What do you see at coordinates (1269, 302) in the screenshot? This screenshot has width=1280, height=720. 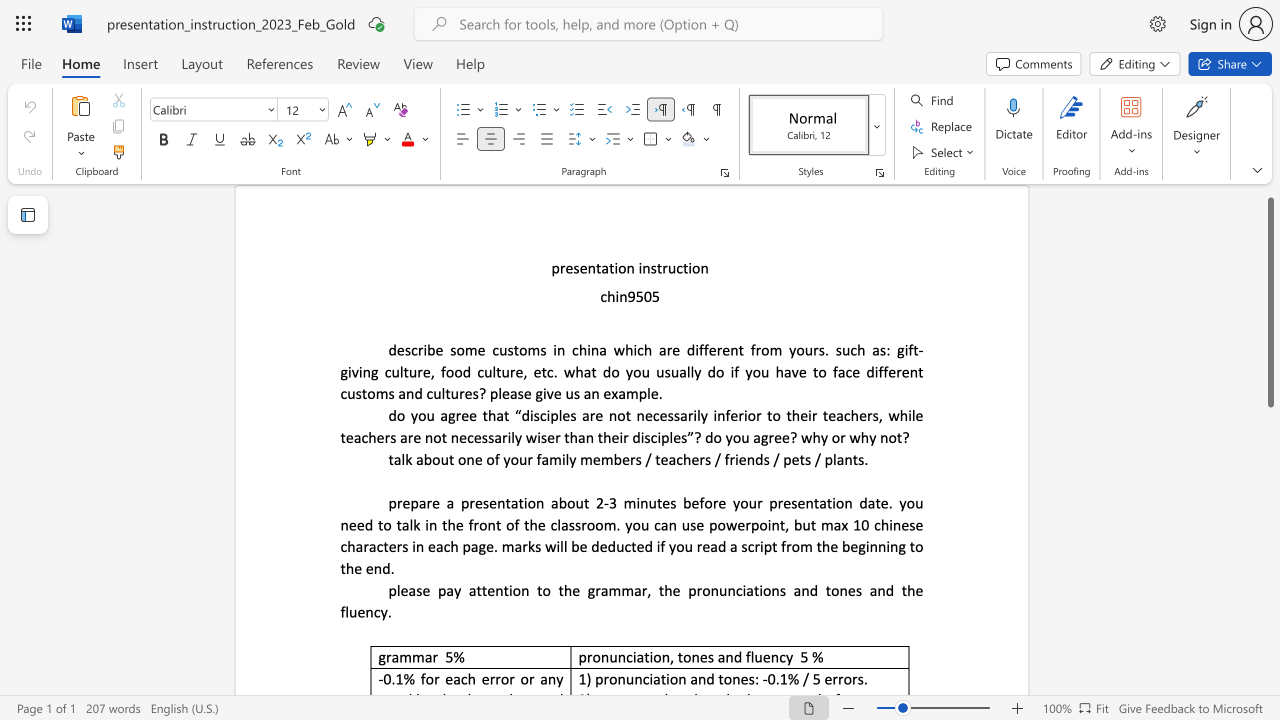 I see `the scrollbar and move down 20 pixels` at bounding box center [1269, 302].